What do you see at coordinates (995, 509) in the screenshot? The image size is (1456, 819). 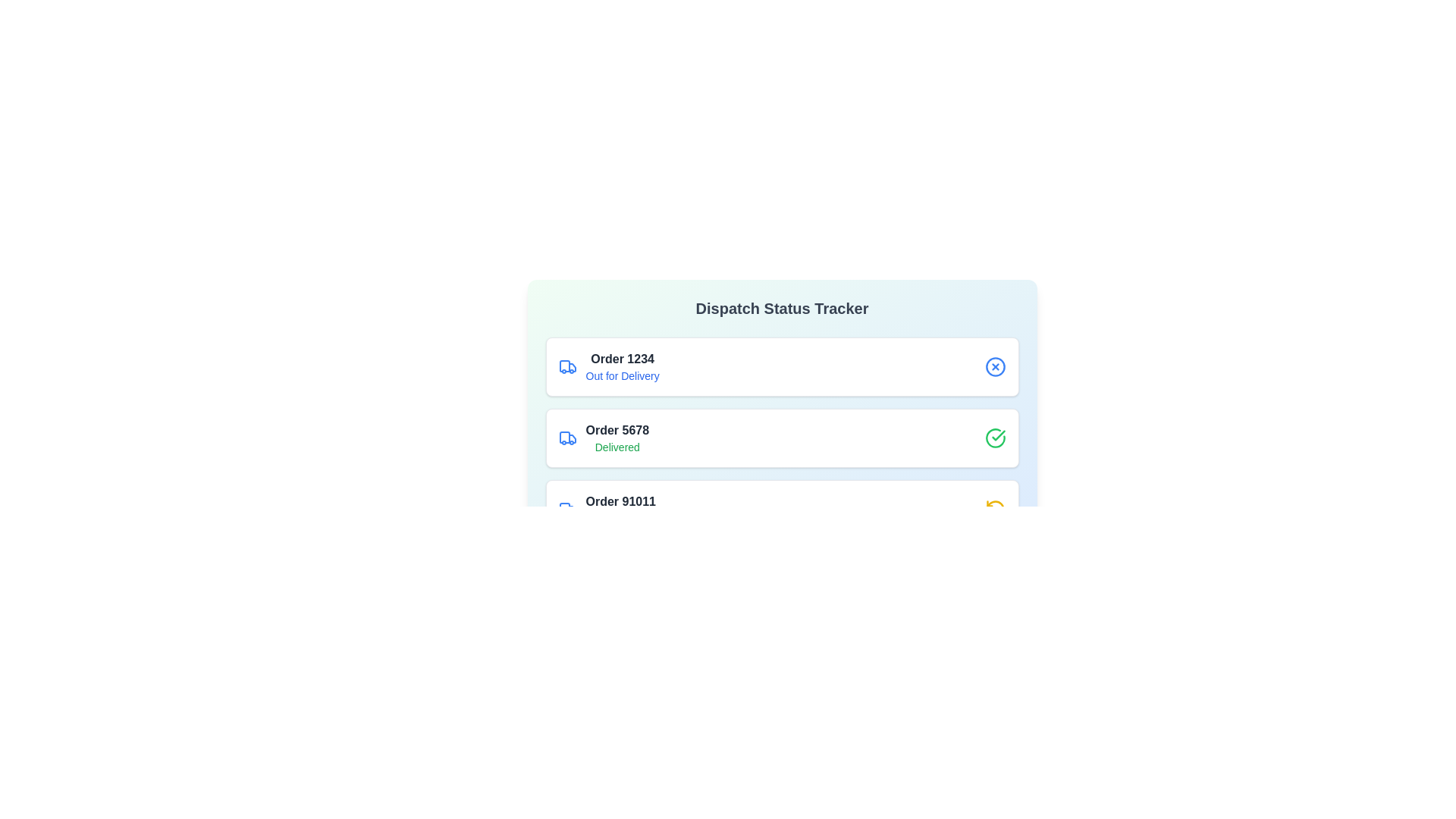 I see `the icon representing the status of order 91011` at bounding box center [995, 509].